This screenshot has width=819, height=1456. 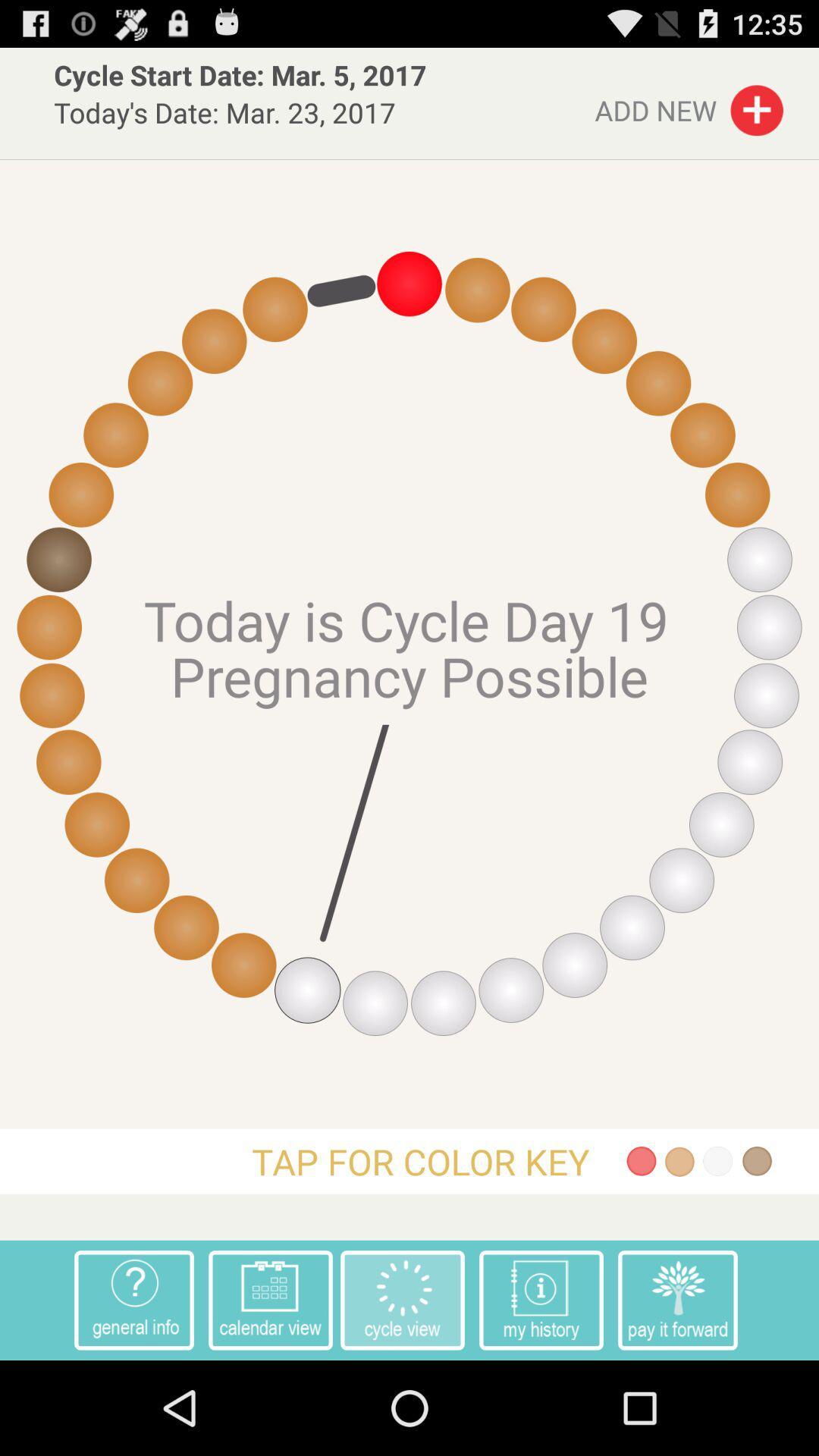 What do you see at coordinates (689, 105) in the screenshot?
I see `the item to the right of cycle start date item` at bounding box center [689, 105].